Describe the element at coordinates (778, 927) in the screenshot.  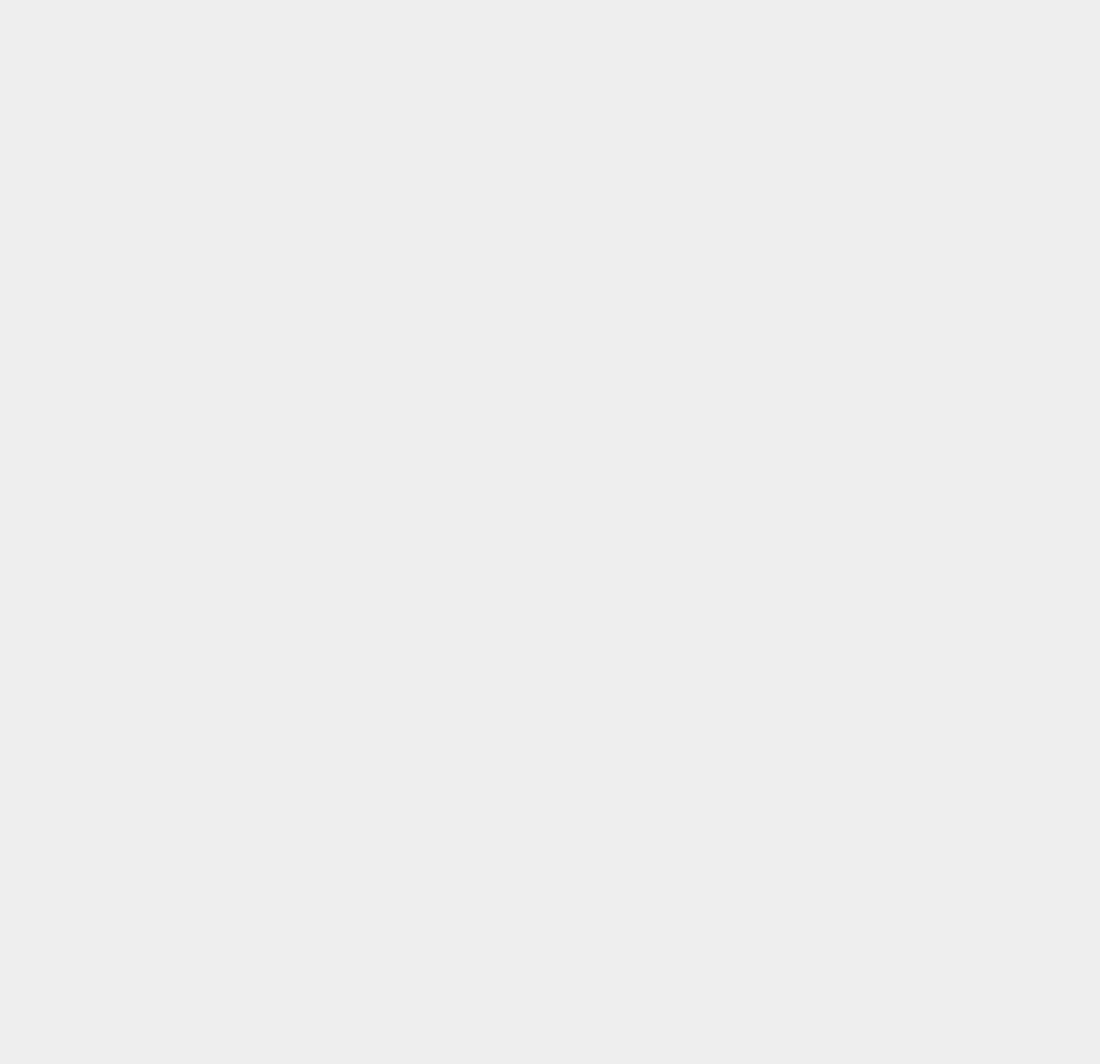
I see `'Google Earth'` at that location.